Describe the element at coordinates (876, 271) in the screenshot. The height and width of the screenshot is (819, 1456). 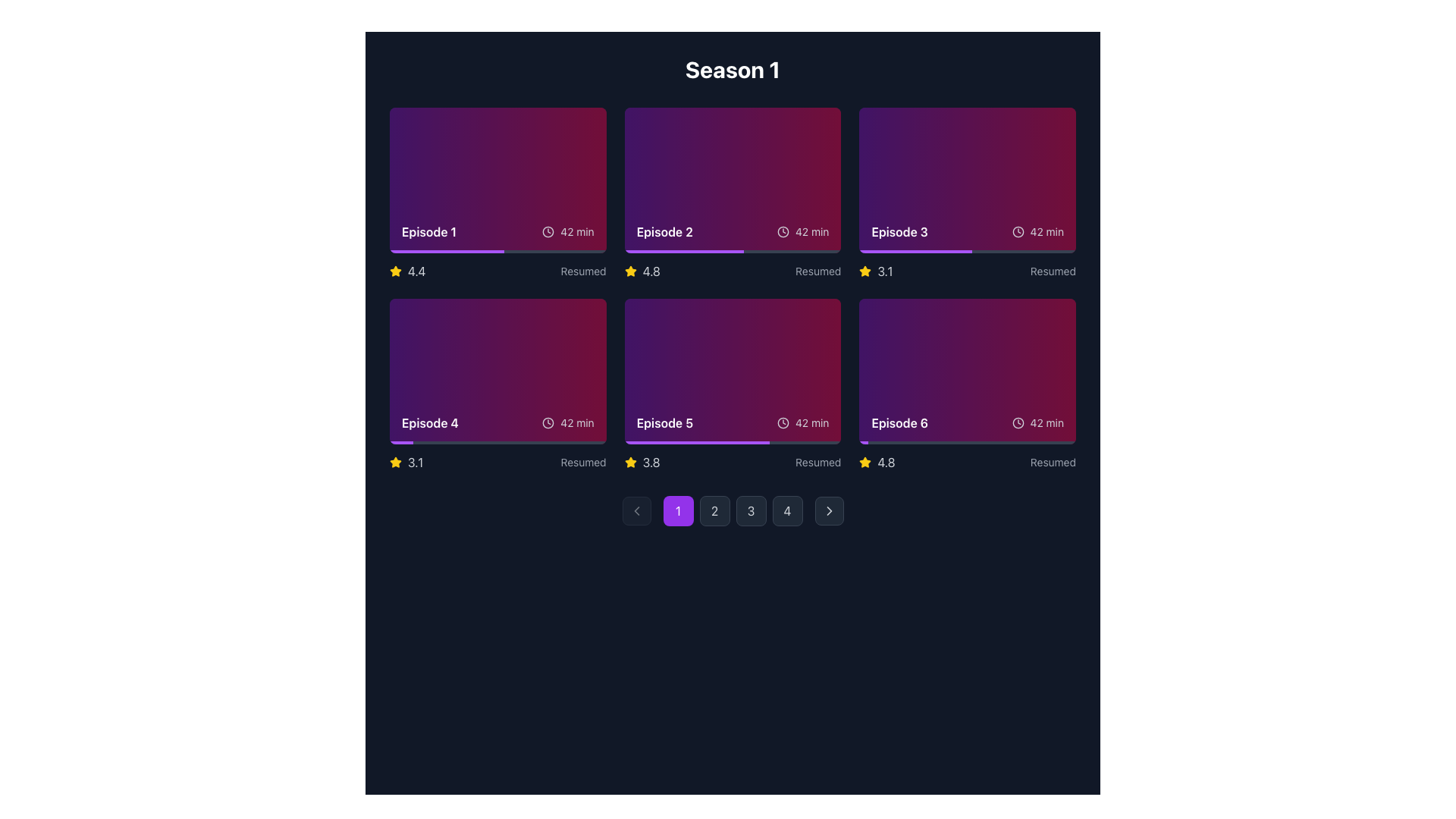
I see `the Rating indicator, which consists of a yellow star icon on the left and the text '3.1' on the right, located at the bottom-right section of the third card in the grid layout of episodes` at that location.